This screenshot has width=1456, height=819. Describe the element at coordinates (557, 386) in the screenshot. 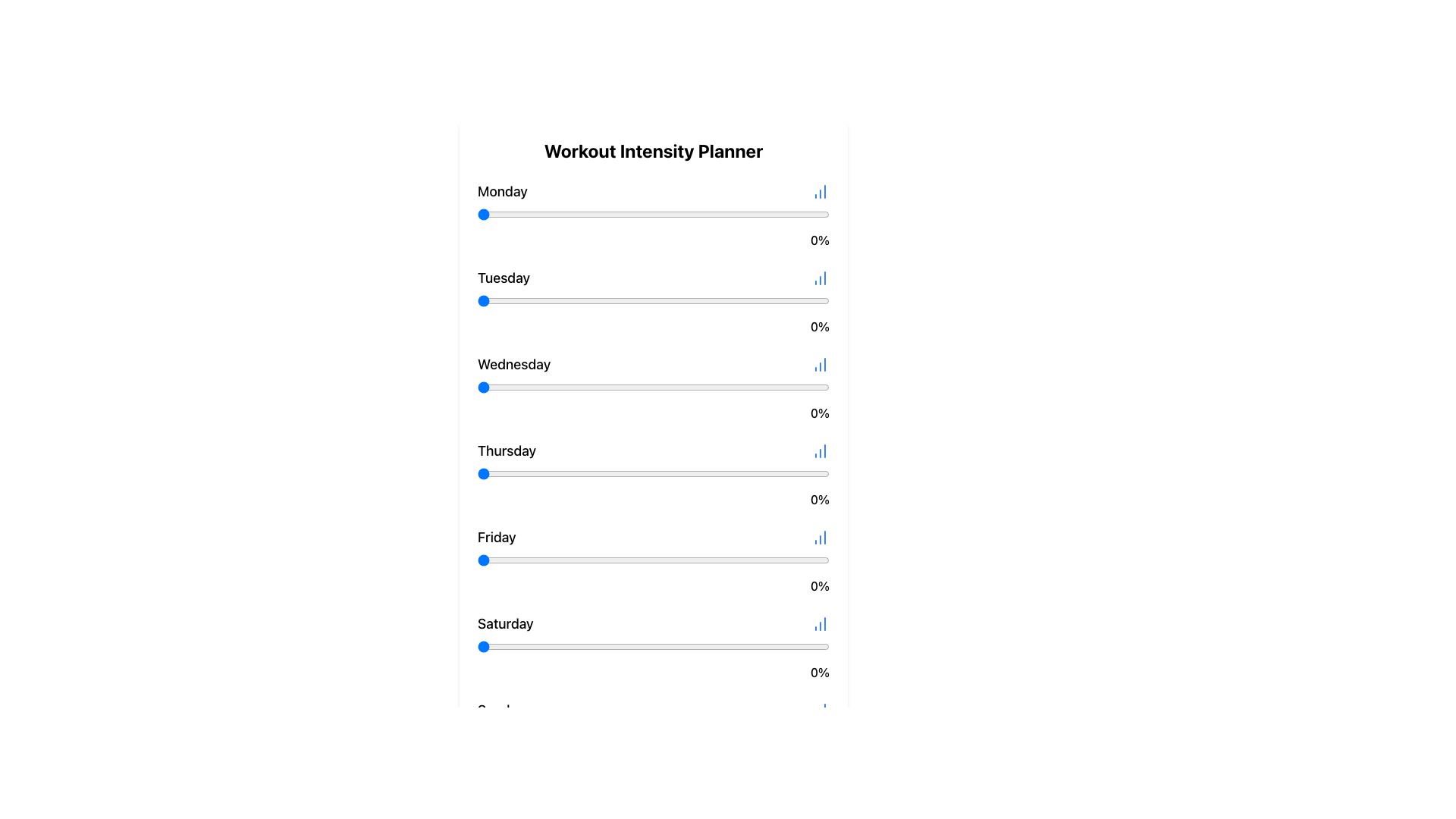

I see `the Wednesday workout intensity` at that location.